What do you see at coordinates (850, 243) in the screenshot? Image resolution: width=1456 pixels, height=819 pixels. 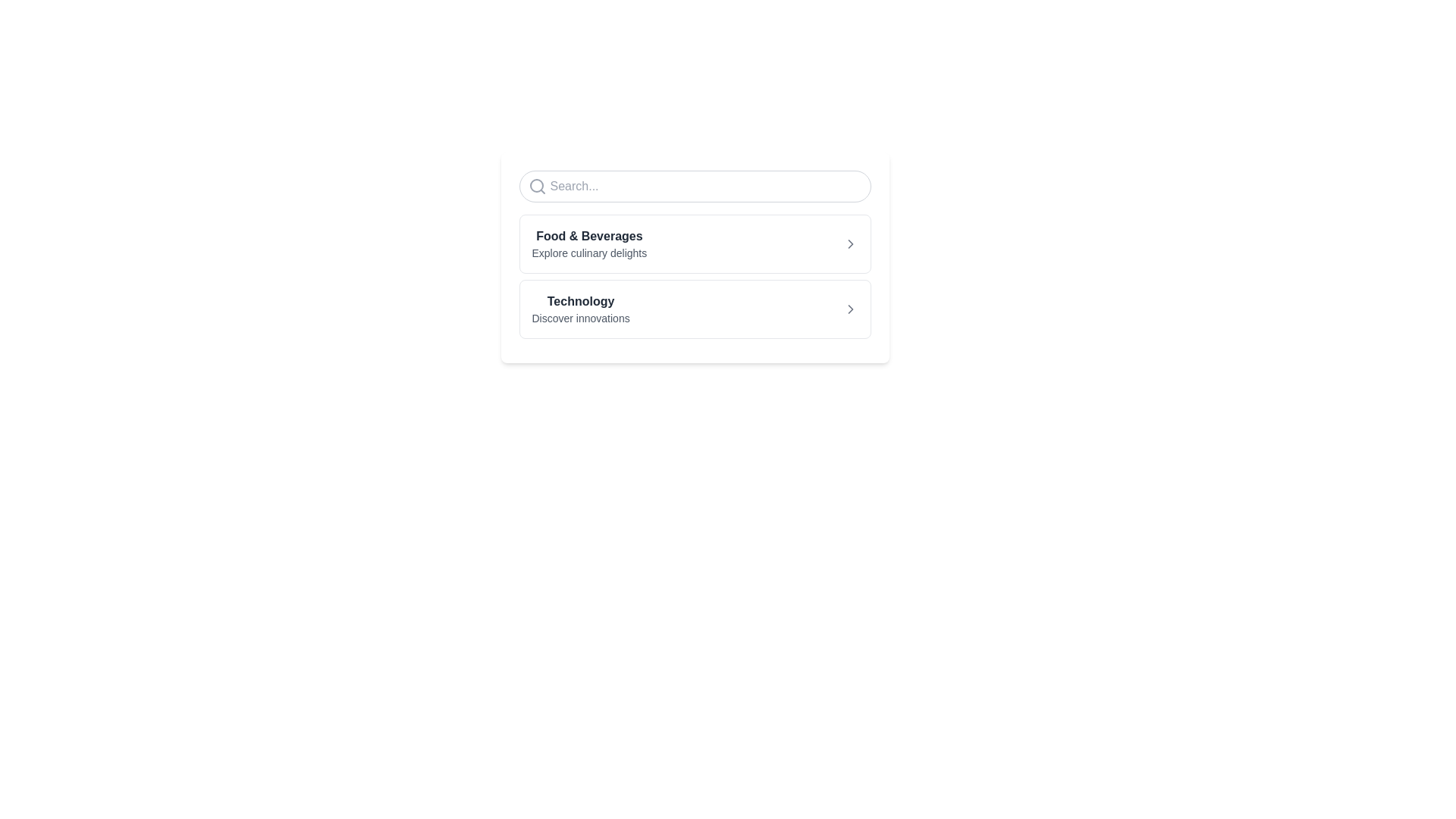 I see `the navigational indicator icon located to the far right of the 'Food & Beverages' list item` at bounding box center [850, 243].